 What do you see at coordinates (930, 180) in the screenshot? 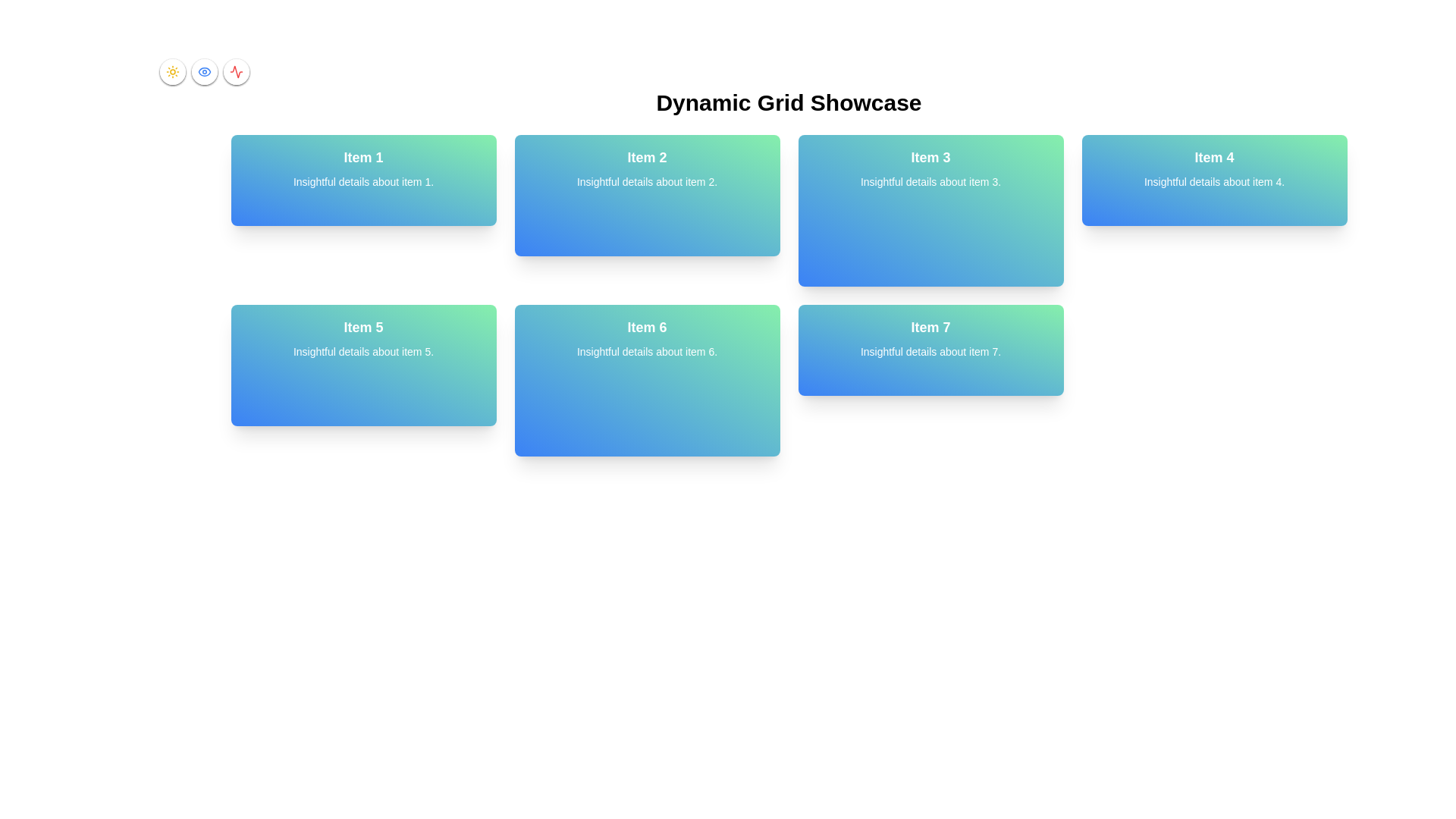
I see `the descriptive text line located below 'Item 3' in the third card of the grid layout` at bounding box center [930, 180].